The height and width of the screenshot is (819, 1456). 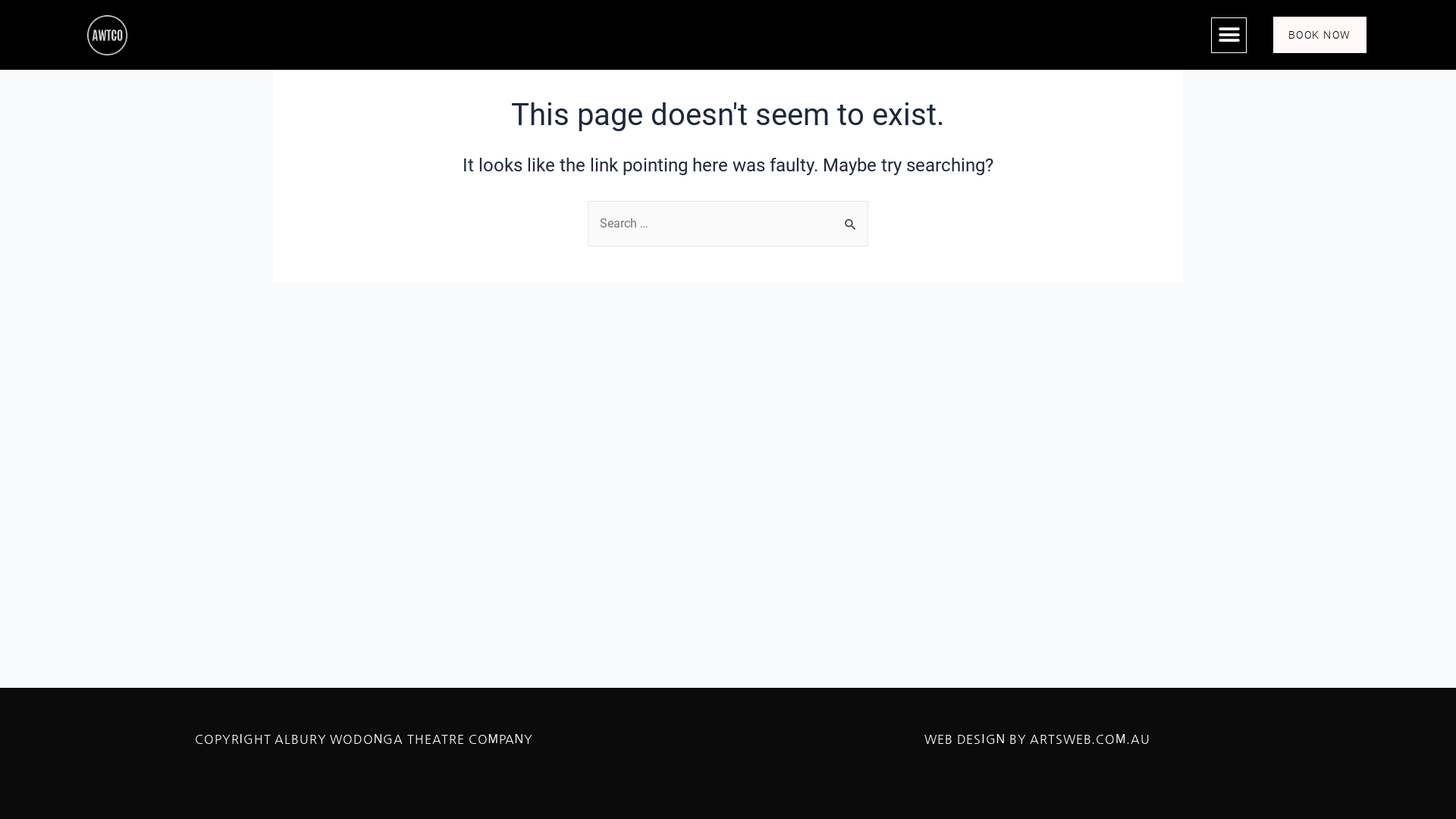 I want to click on 'BOOK NOW', so click(x=1319, y=34).